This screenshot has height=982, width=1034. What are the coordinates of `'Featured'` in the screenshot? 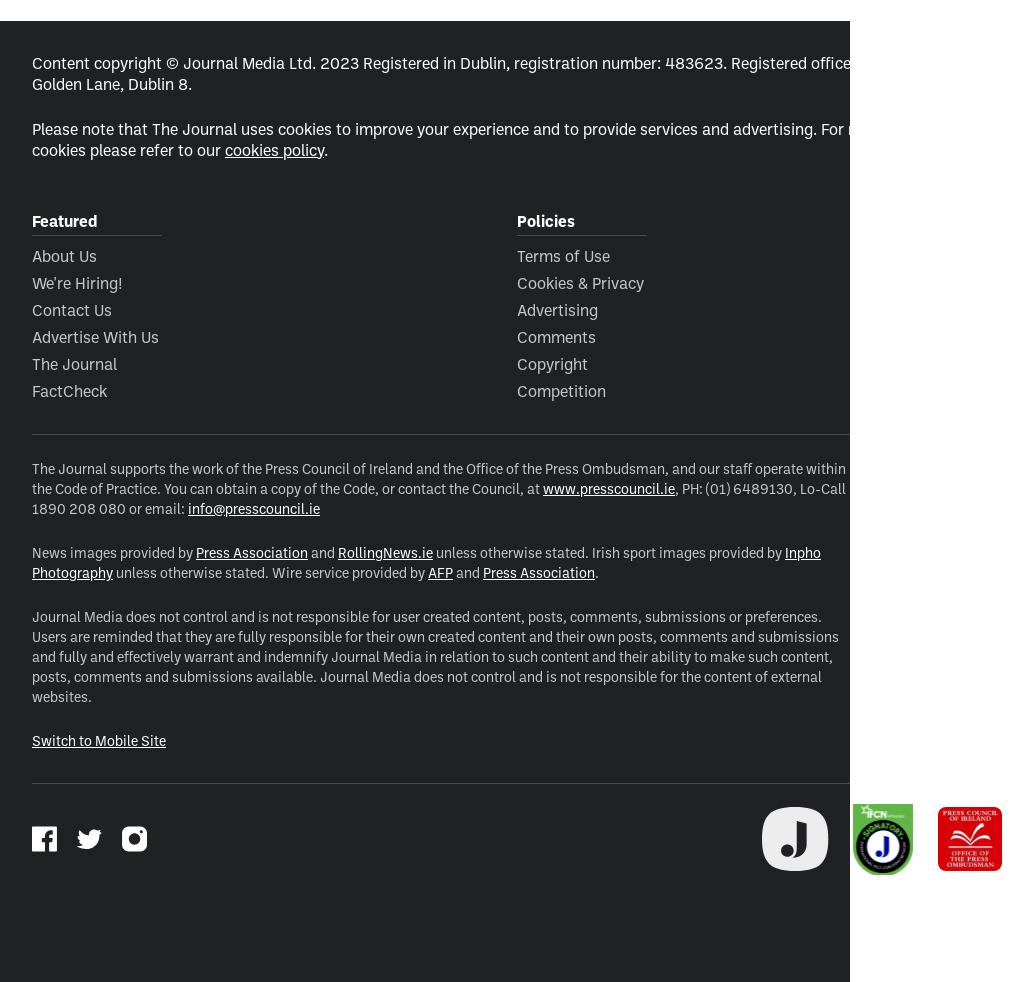 It's located at (31, 218).